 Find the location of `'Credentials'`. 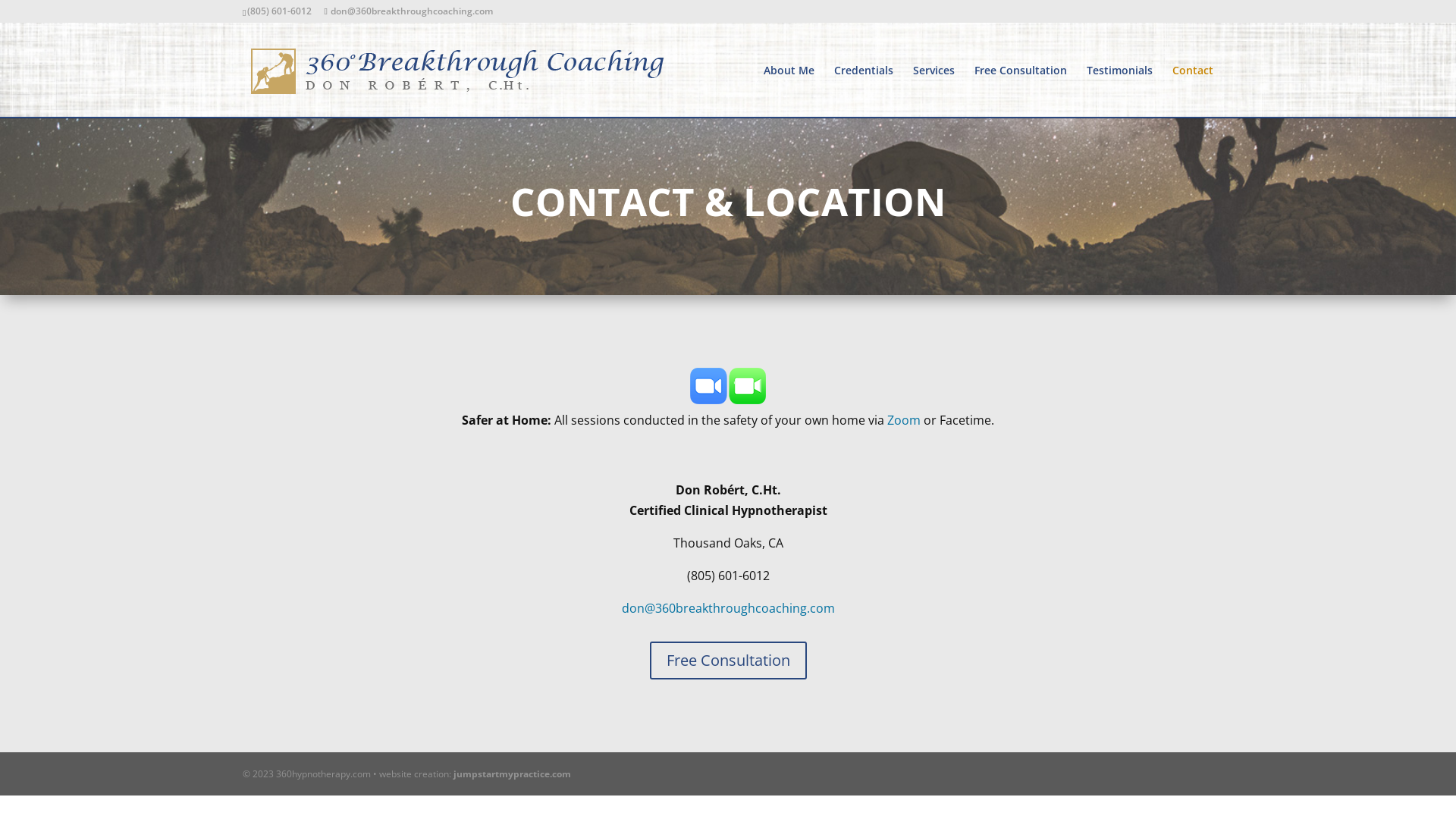

'Credentials' is located at coordinates (833, 91).